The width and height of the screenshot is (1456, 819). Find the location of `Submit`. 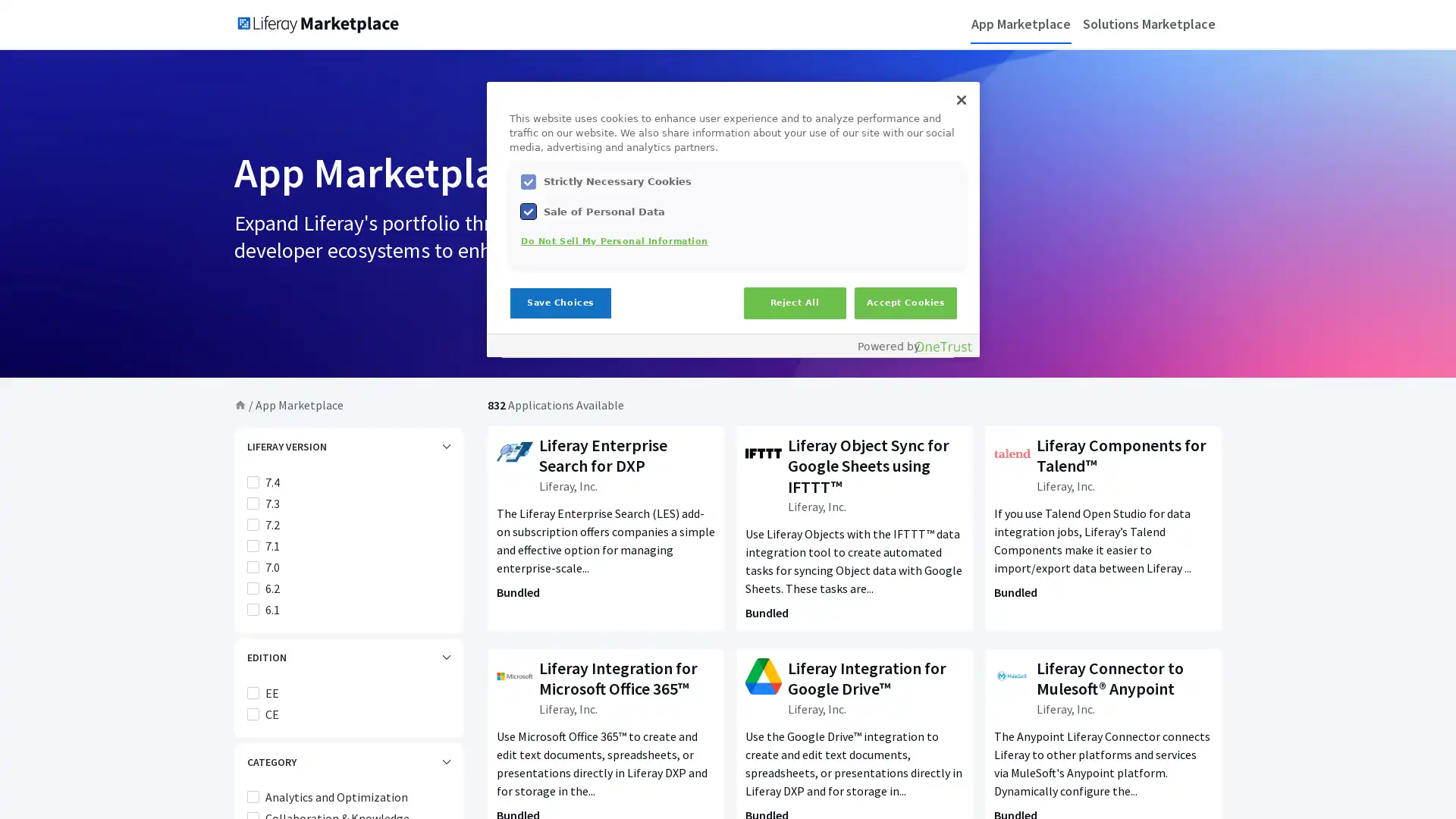

Submit is located at coordinates (935, 342).